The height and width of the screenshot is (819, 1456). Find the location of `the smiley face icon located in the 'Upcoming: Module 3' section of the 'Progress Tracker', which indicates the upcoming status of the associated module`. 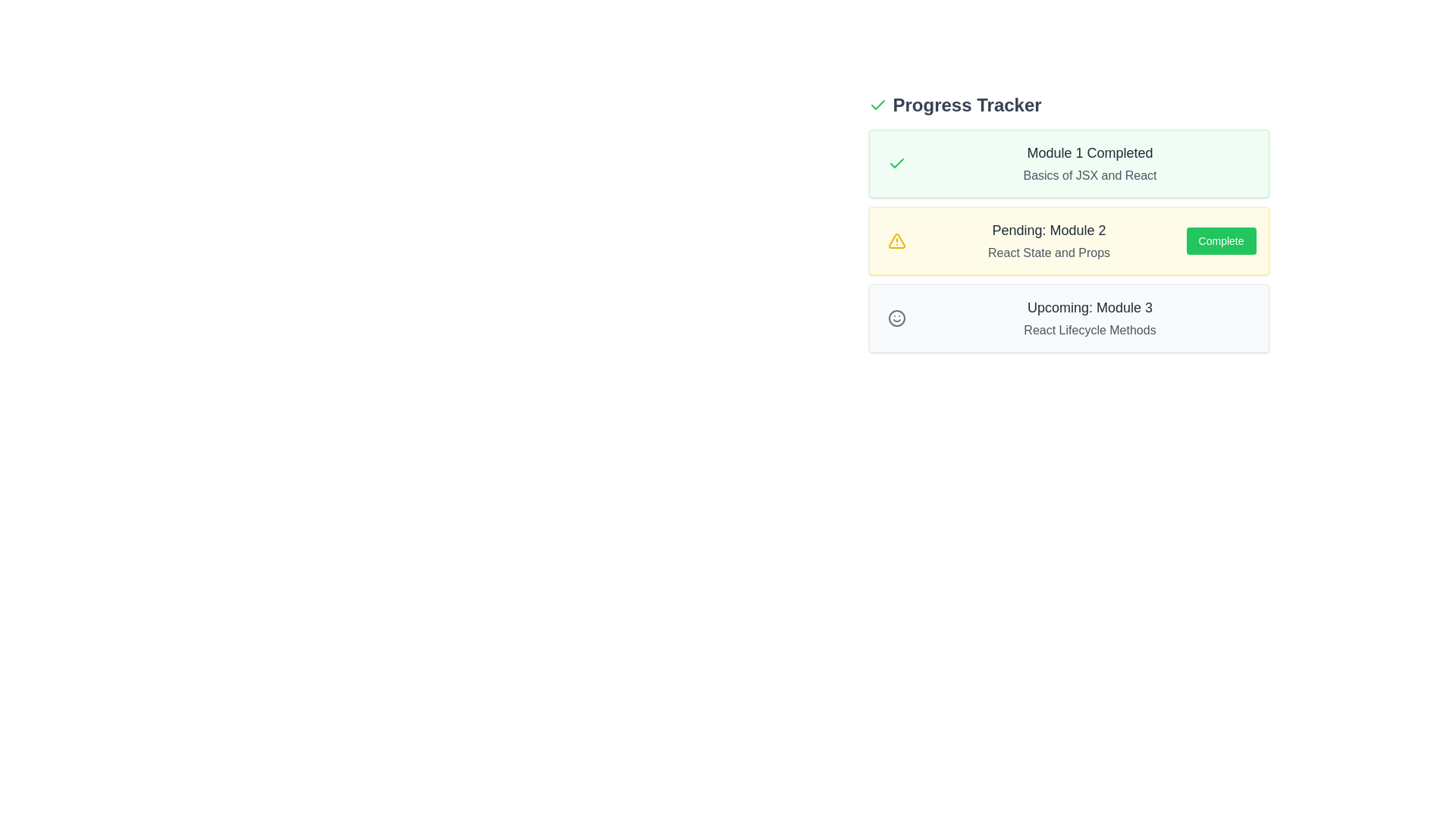

the smiley face icon located in the 'Upcoming: Module 3' section of the 'Progress Tracker', which indicates the upcoming status of the associated module is located at coordinates (896, 318).